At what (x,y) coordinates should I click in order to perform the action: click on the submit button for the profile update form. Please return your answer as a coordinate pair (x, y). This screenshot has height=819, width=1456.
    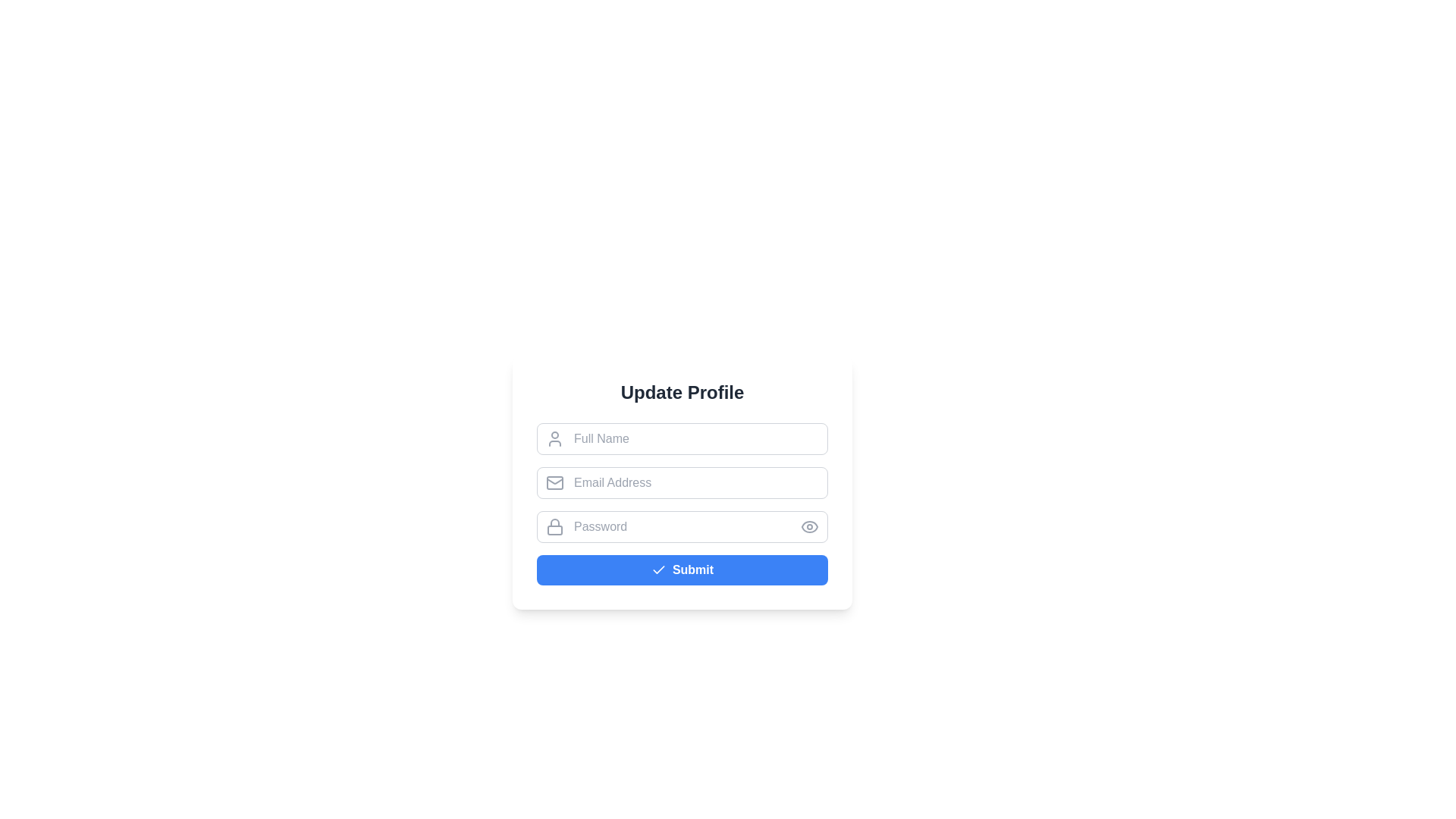
    Looking at the image, I should click on (682, 570).